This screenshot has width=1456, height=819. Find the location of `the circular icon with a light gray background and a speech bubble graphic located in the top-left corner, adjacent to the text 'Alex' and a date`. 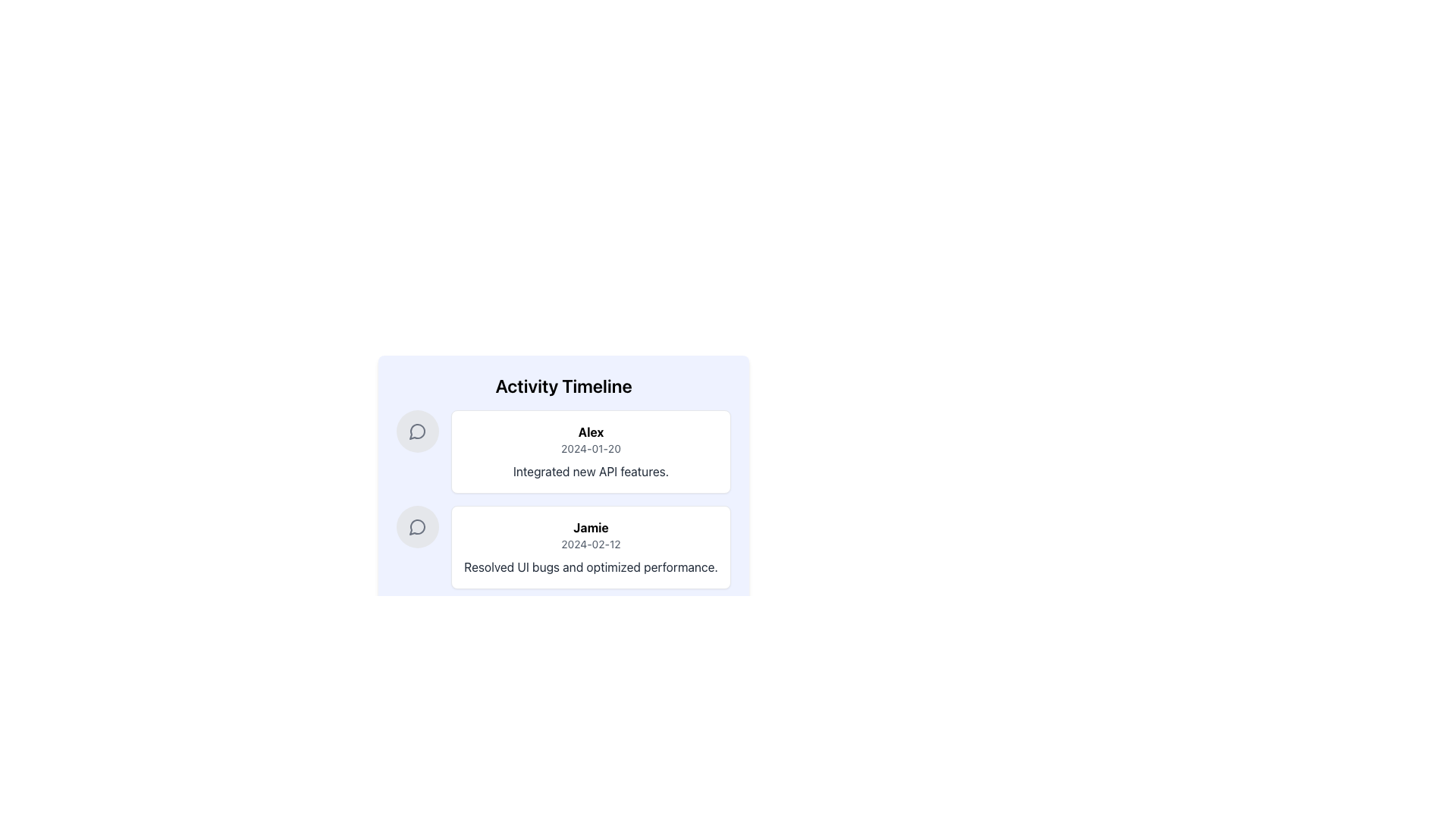

the circular icon with a light gray background and a speech bubble graphic located in the top-left corner, adjacent to the text 'Alex' and a date is located at coordinates (418, 431).